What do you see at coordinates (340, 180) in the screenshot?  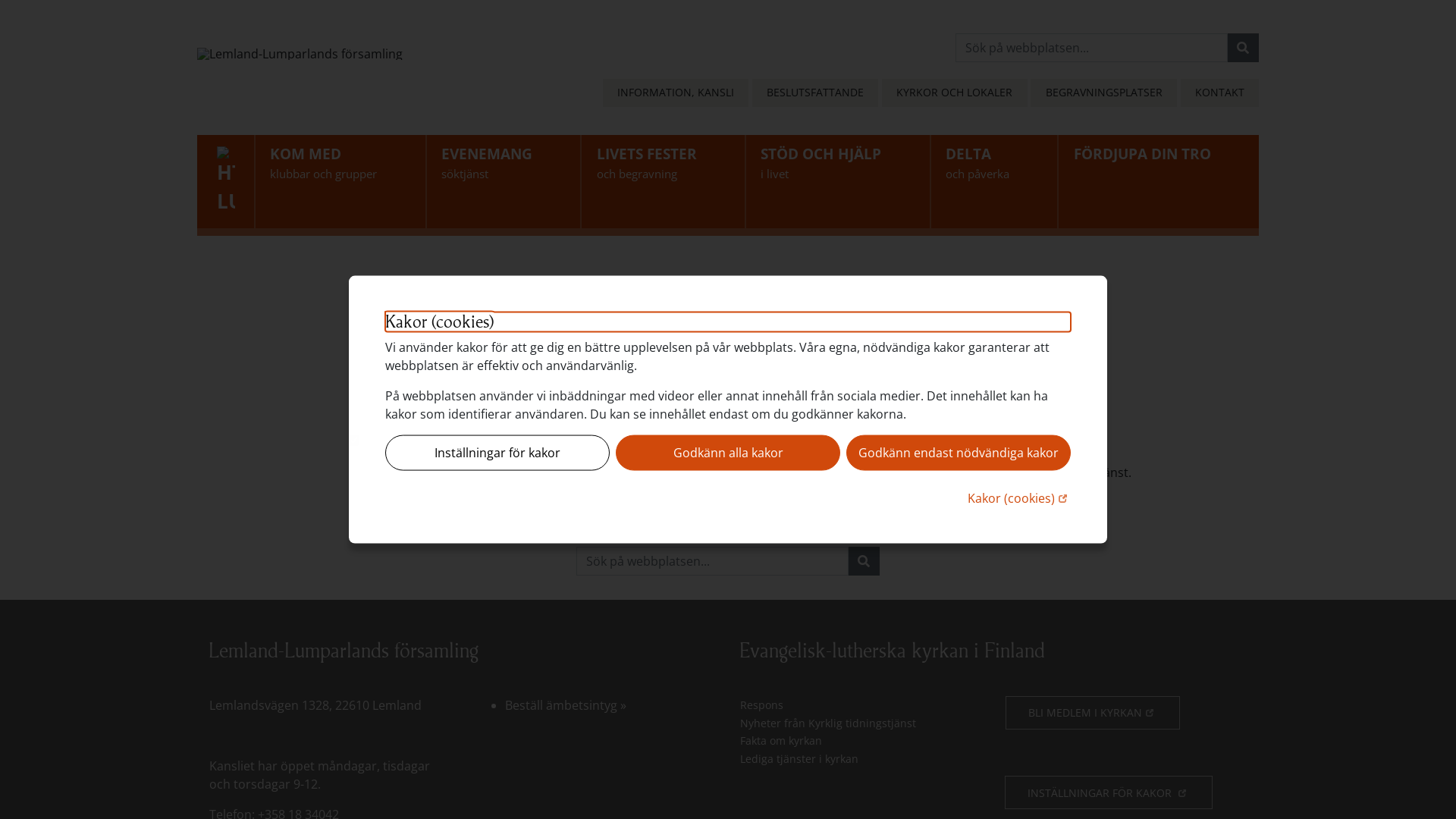 I see `'KOM MED` at bounding box center [340, 180].